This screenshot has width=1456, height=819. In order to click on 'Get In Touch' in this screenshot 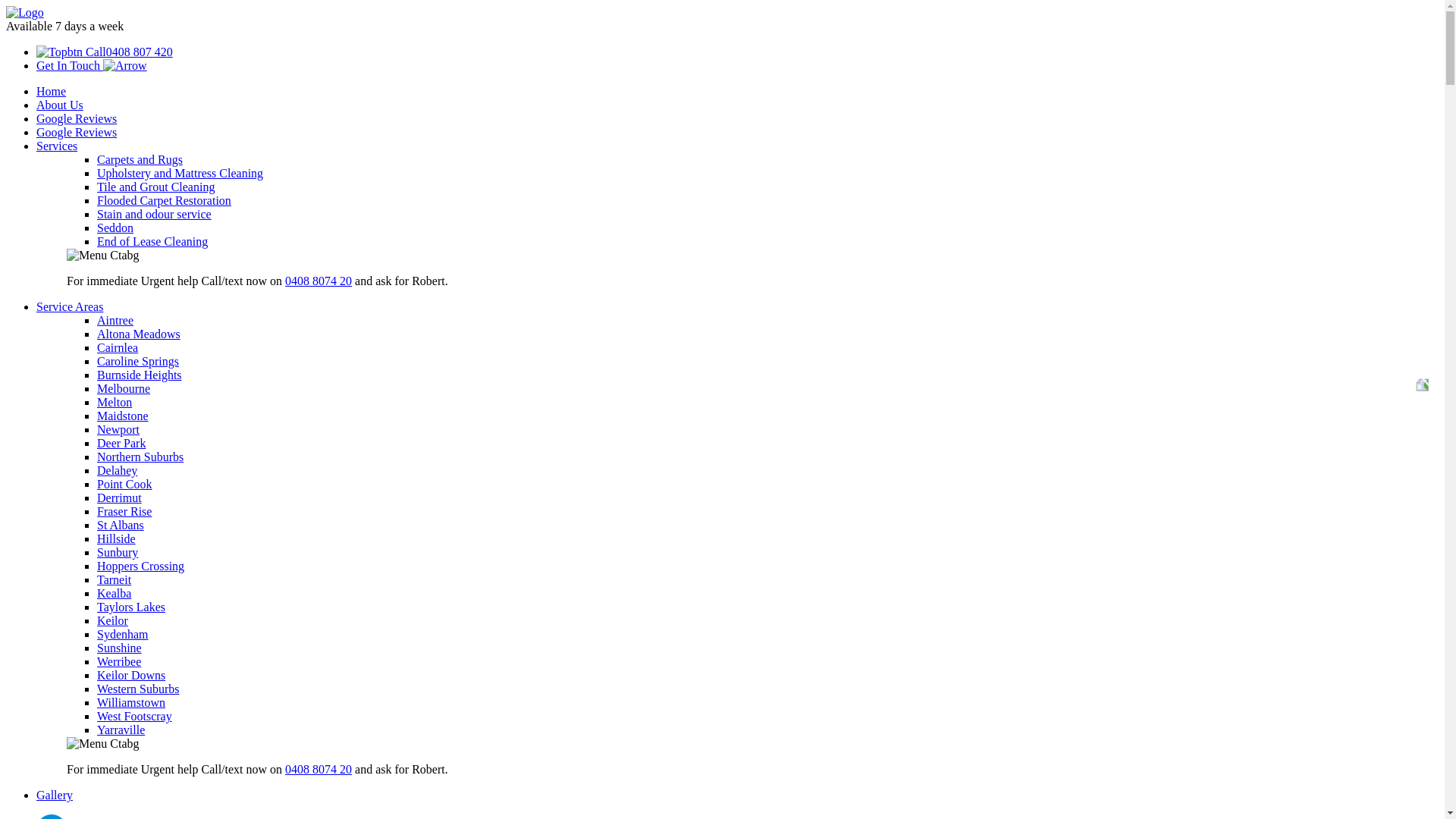, I will do `click(90, 64)`.